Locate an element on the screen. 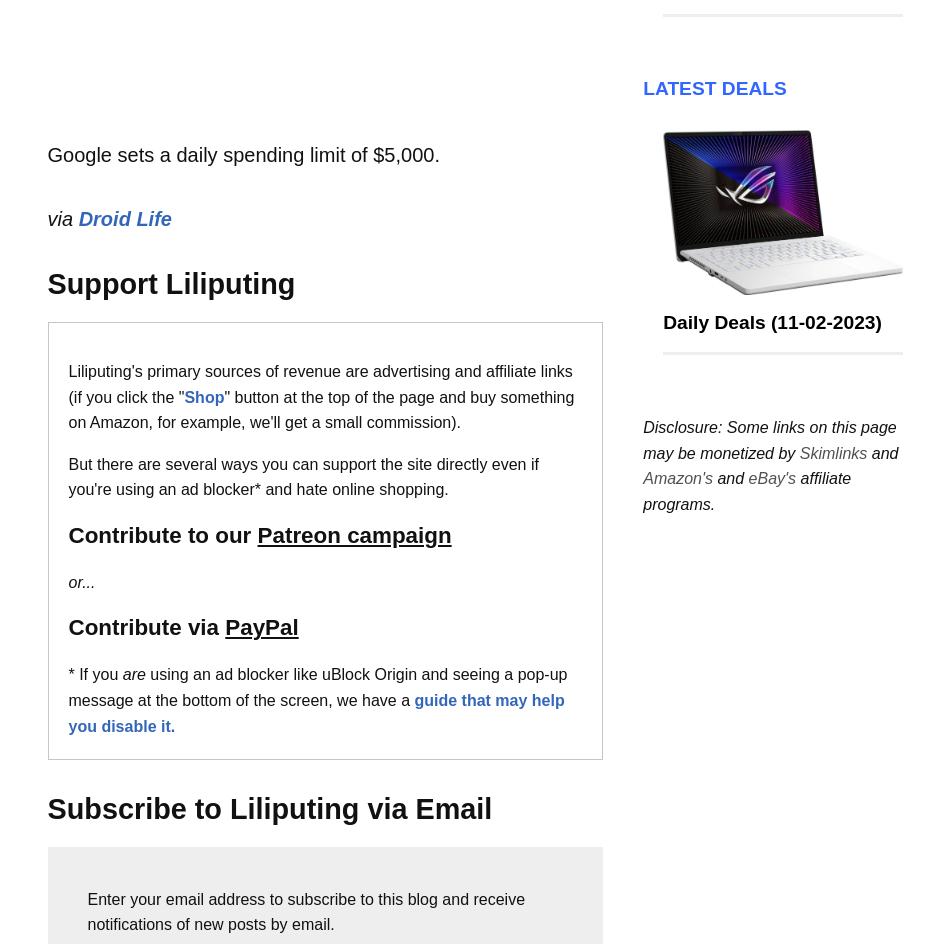 Image resolution: width=950 pixels, height=944 pixels. '" button at the top of the page and buy something on Amazon, for example, we'll get a small commission).' is located at coordinates (320, 409).